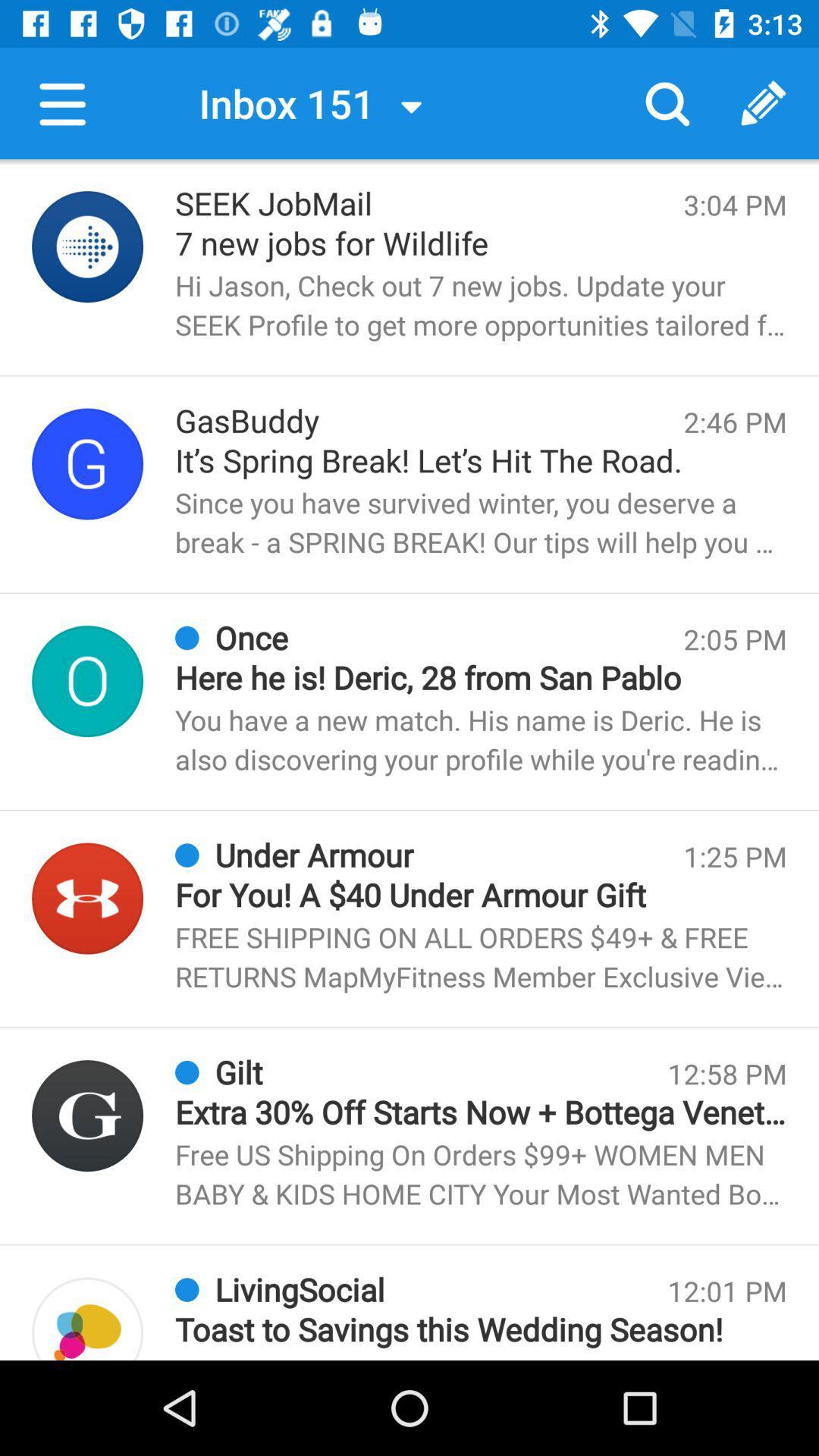 The height and width of the screenshot is (1456, 819). I want to click on logo, so click(87, 463).